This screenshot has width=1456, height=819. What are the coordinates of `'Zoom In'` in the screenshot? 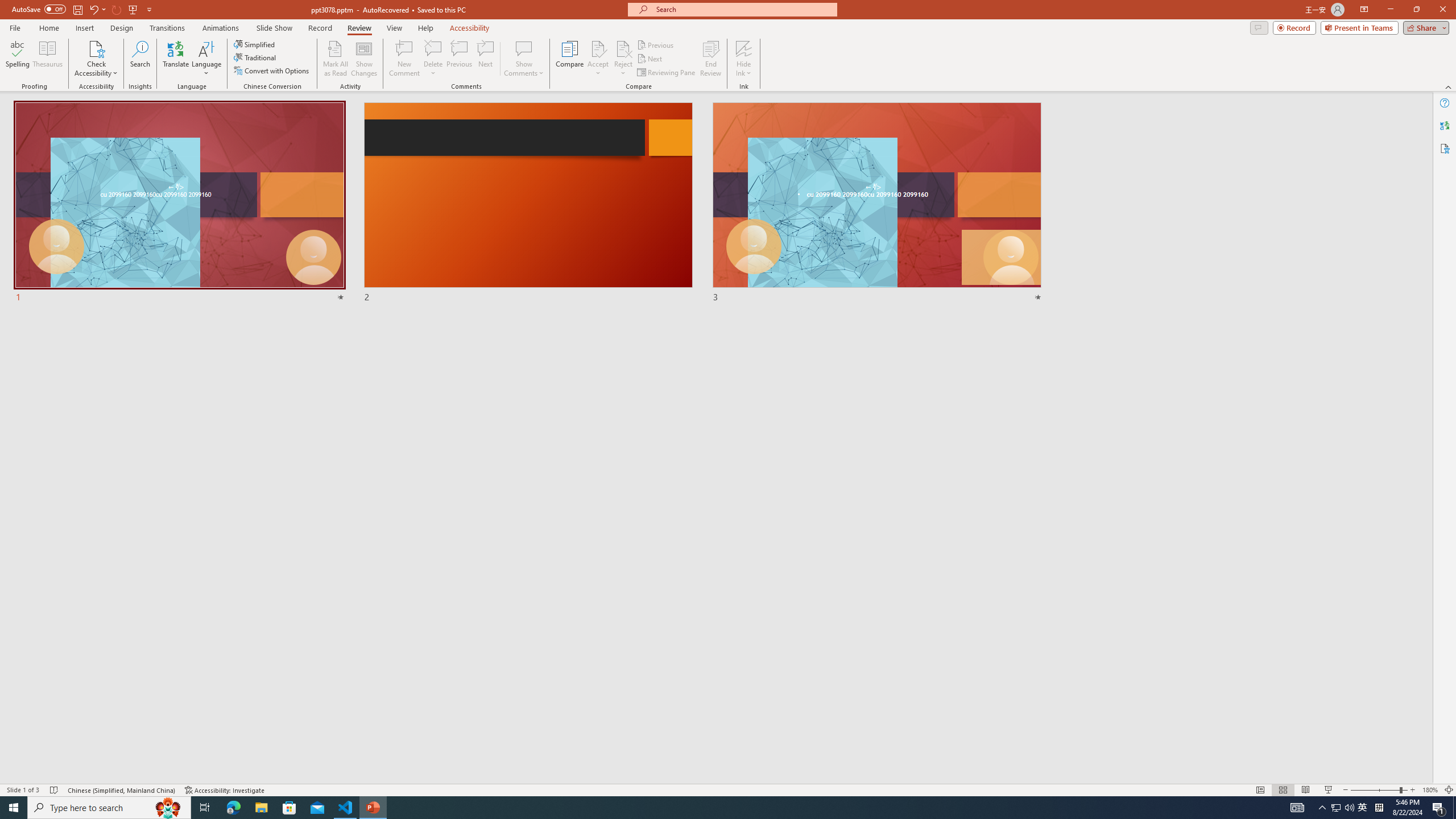 It's located at (1412, 790).